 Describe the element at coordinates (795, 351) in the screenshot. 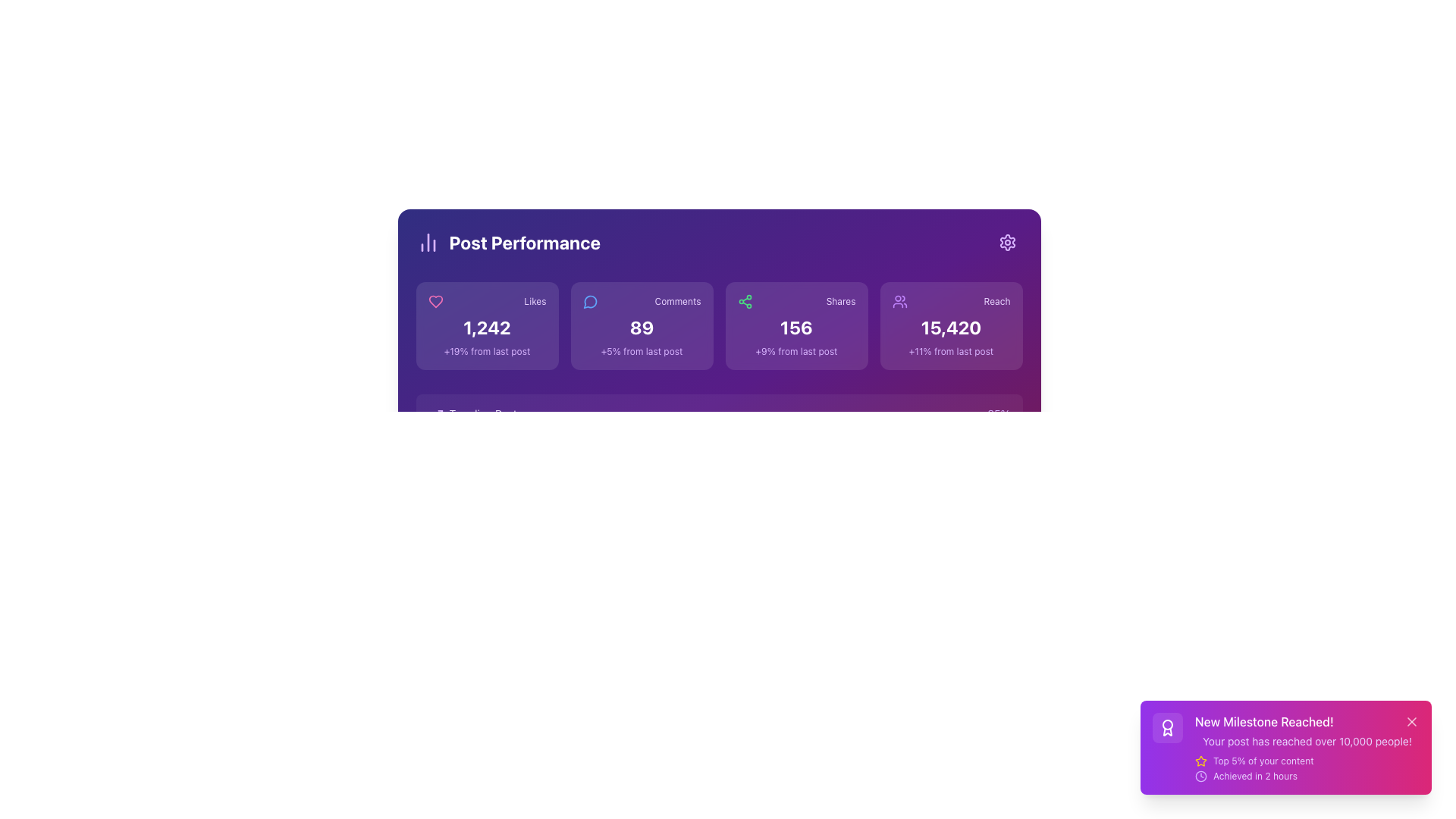

I see `statistic displayed in the text label that shows '+9% from last post', which is styled in light purple and positioned beneath the numerical value '156' in the 'Shares' section` at that location.